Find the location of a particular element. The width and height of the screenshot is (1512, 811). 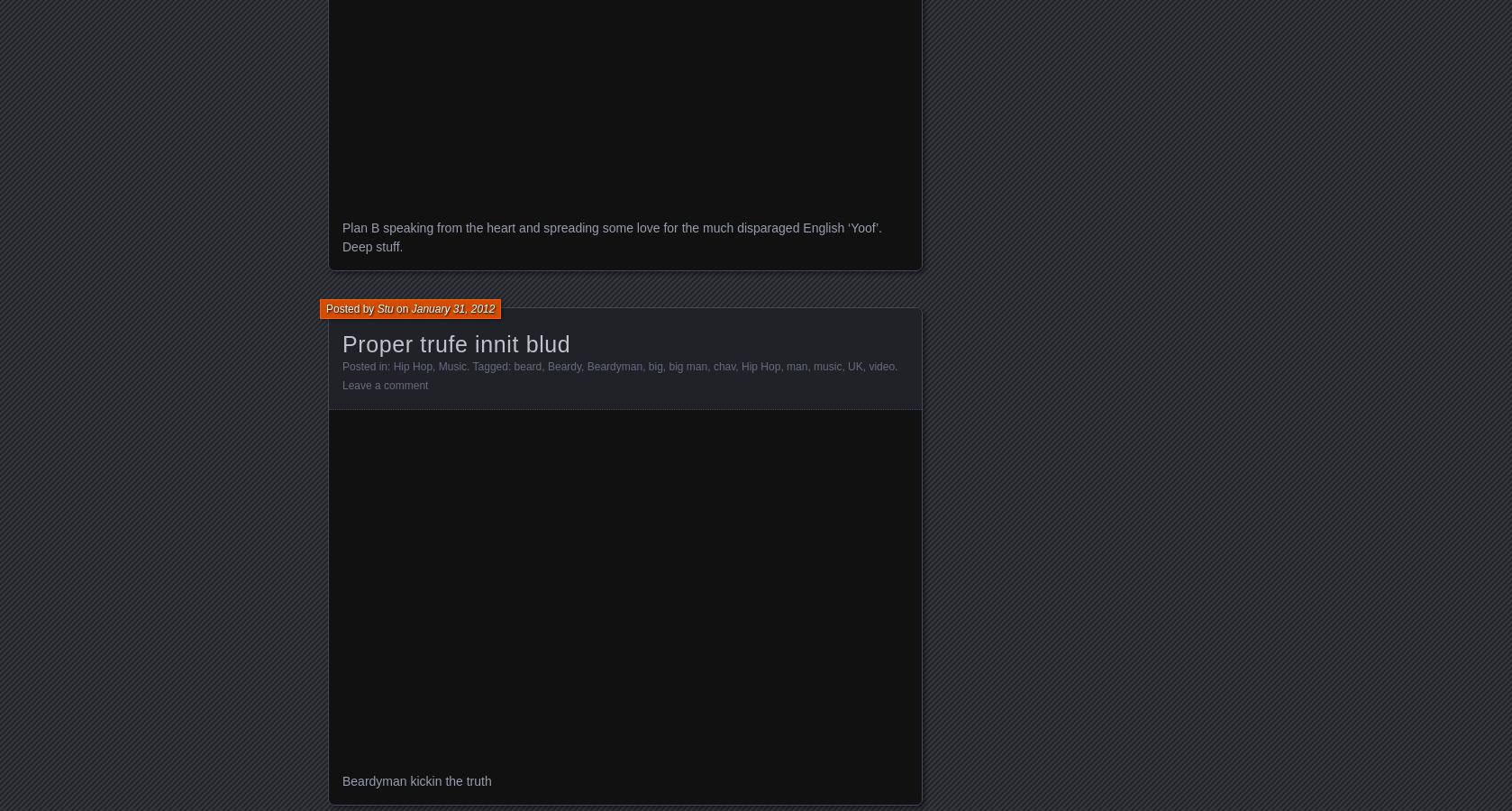

'Posted in:' is located at coordinates (367, 366).